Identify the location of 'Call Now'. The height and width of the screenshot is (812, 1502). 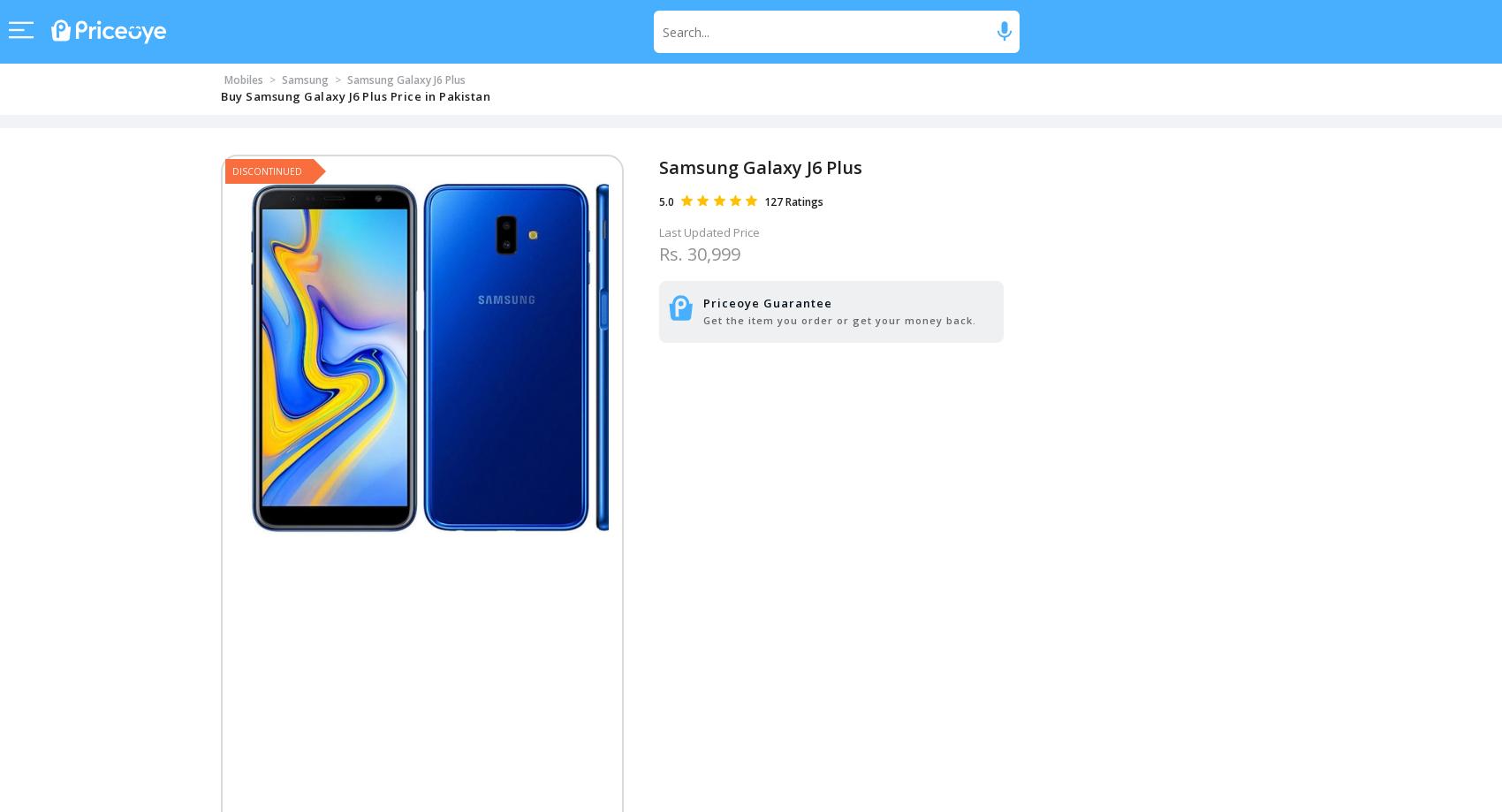
(1160, 170).